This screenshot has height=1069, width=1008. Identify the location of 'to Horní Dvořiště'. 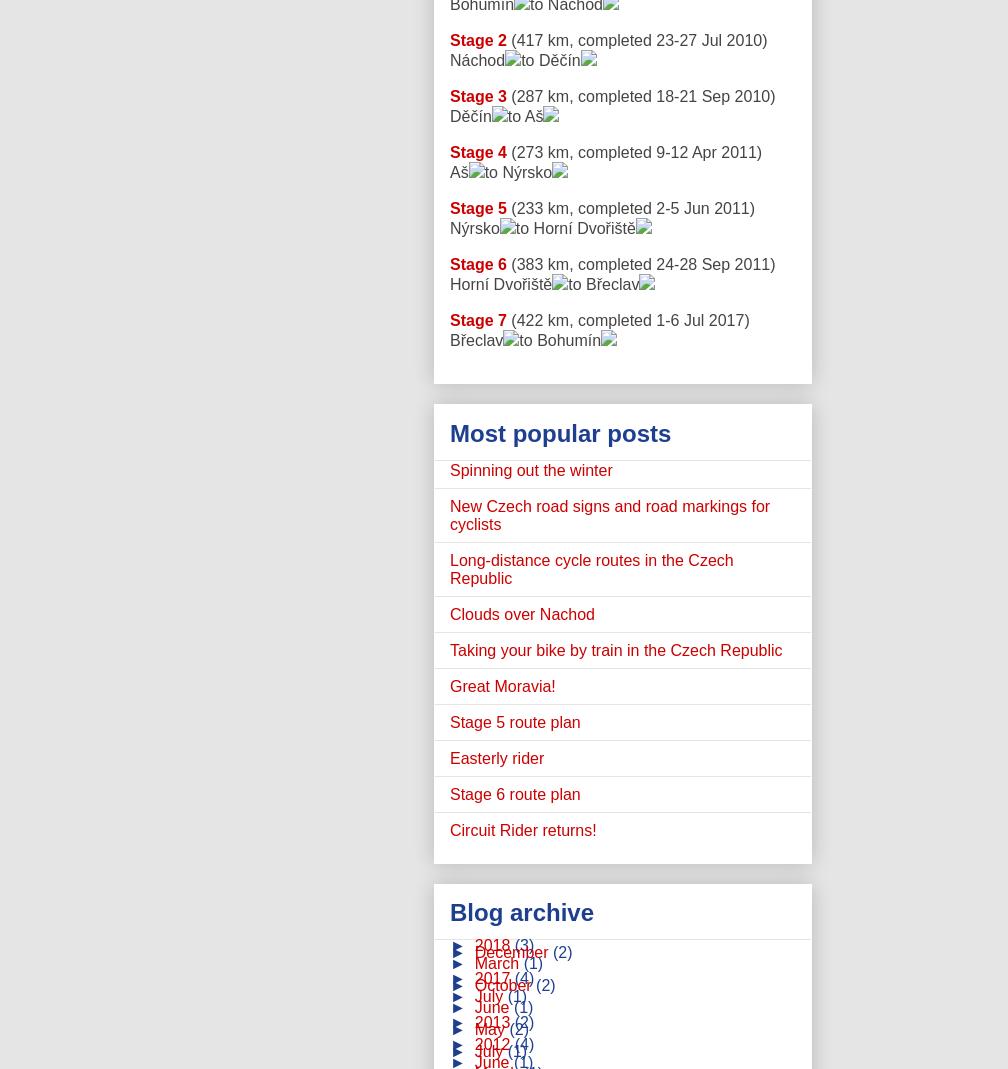
(514, 227).